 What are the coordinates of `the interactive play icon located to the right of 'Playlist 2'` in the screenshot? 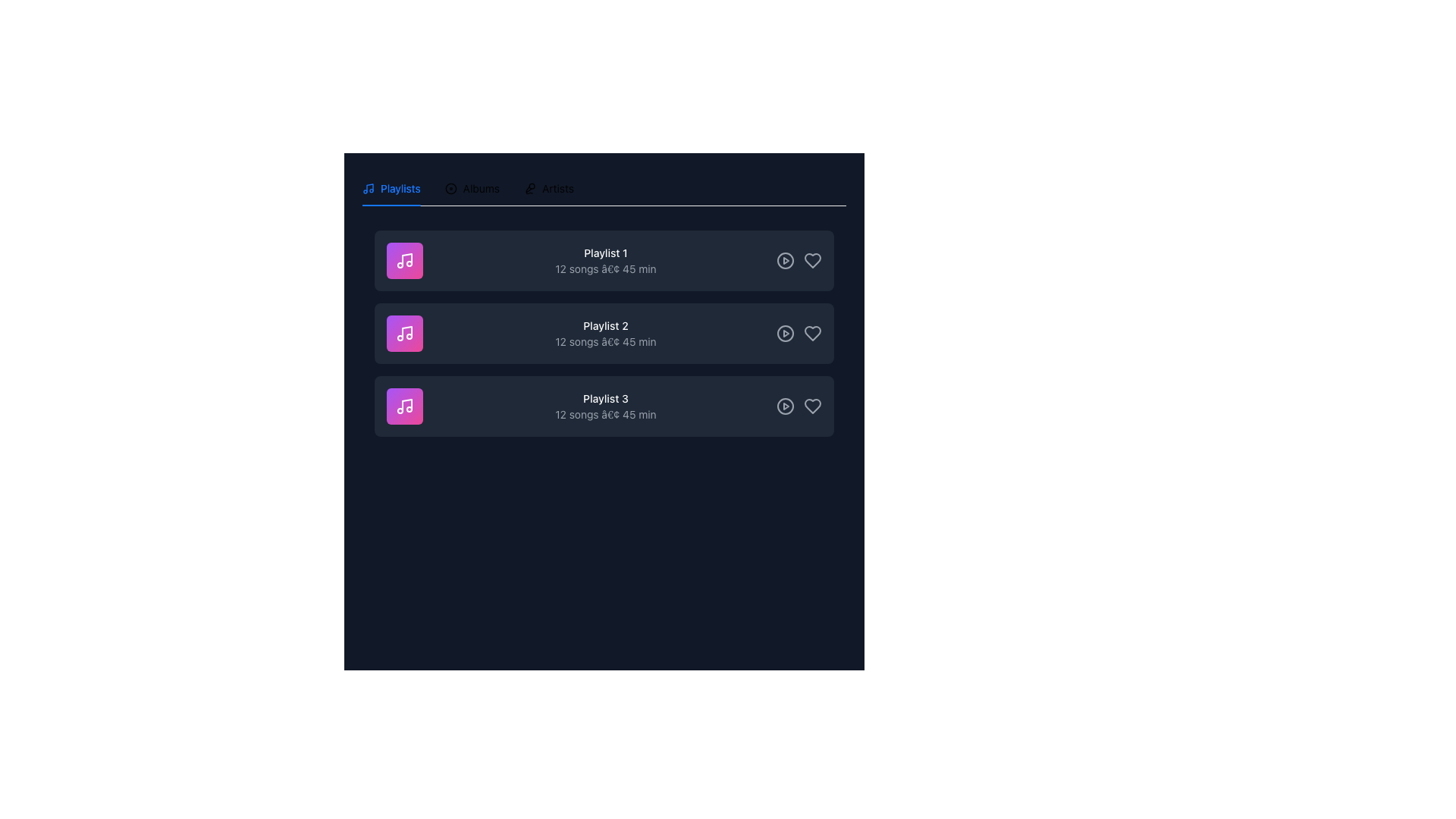 It's located at (786, 332).